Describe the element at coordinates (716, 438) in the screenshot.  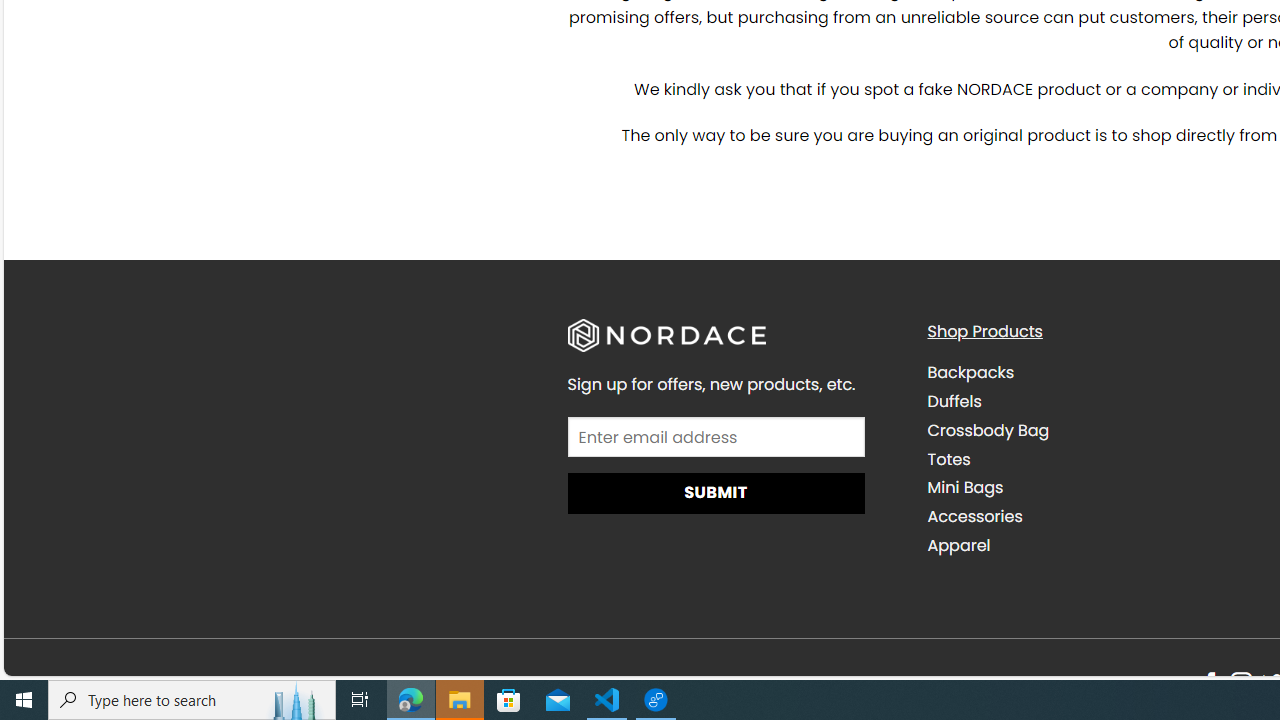
I see `'AutomationID: field_4_1'` at that location.